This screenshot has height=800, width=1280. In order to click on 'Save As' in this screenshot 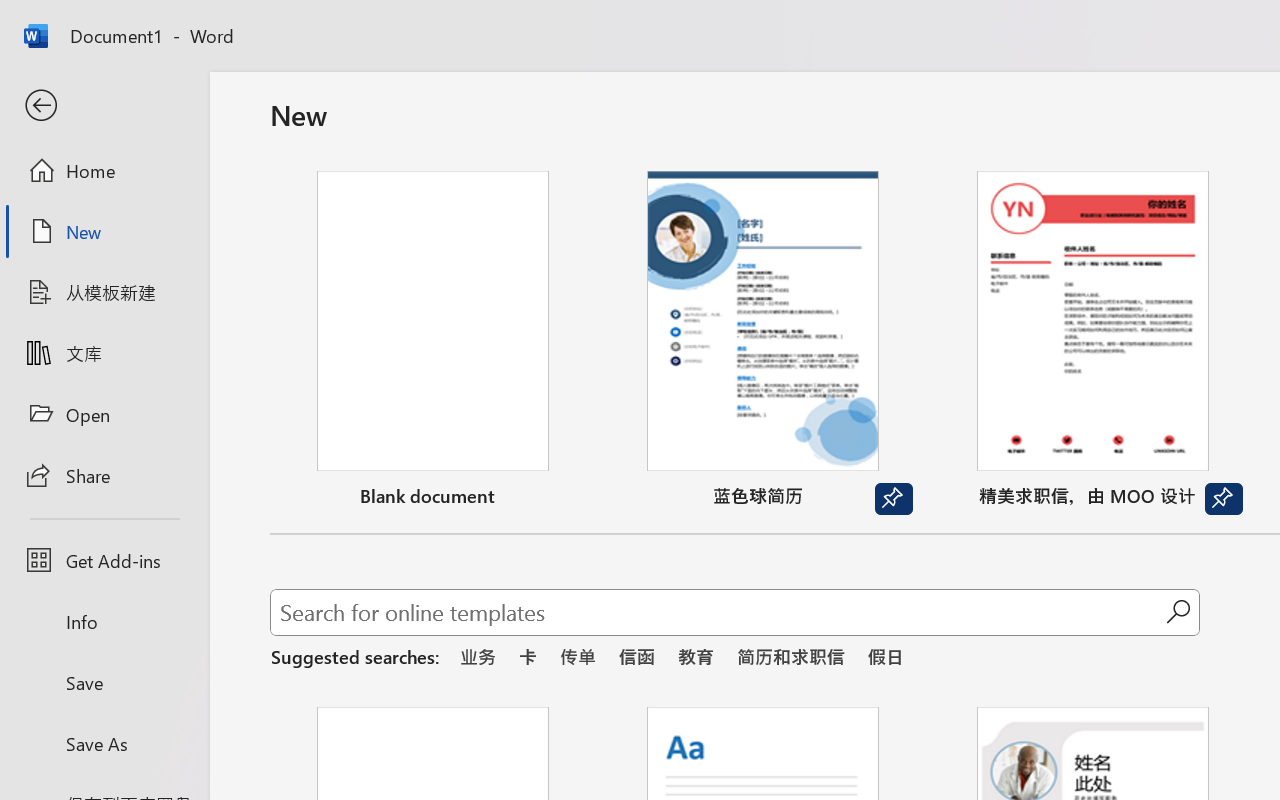, I will do `click(103, 743)`.